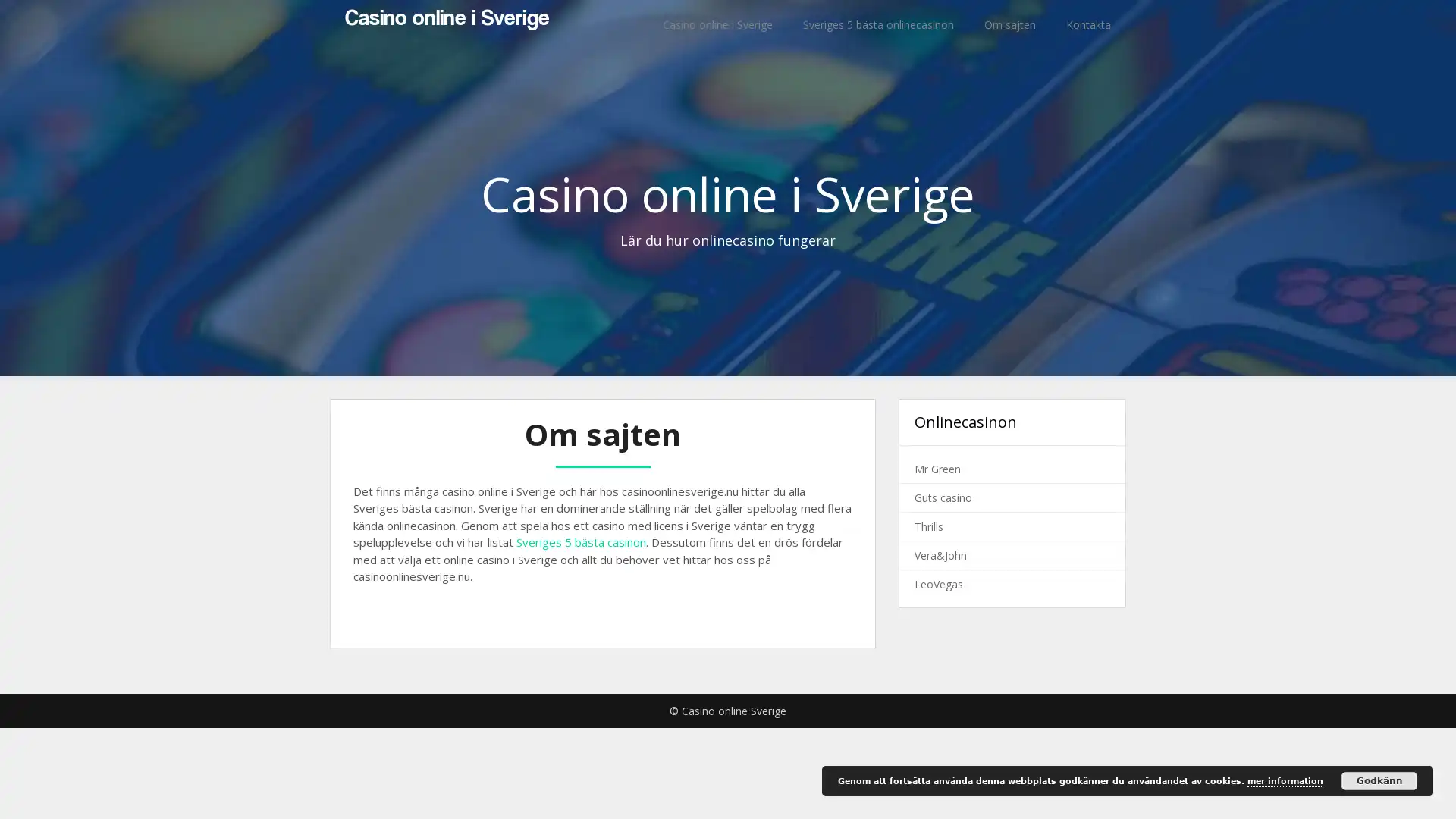 This screenshot has height=819, width=1456. Describe the element at coordinates (1379, 780) in the screenshot. I see `Godkann` at that location.